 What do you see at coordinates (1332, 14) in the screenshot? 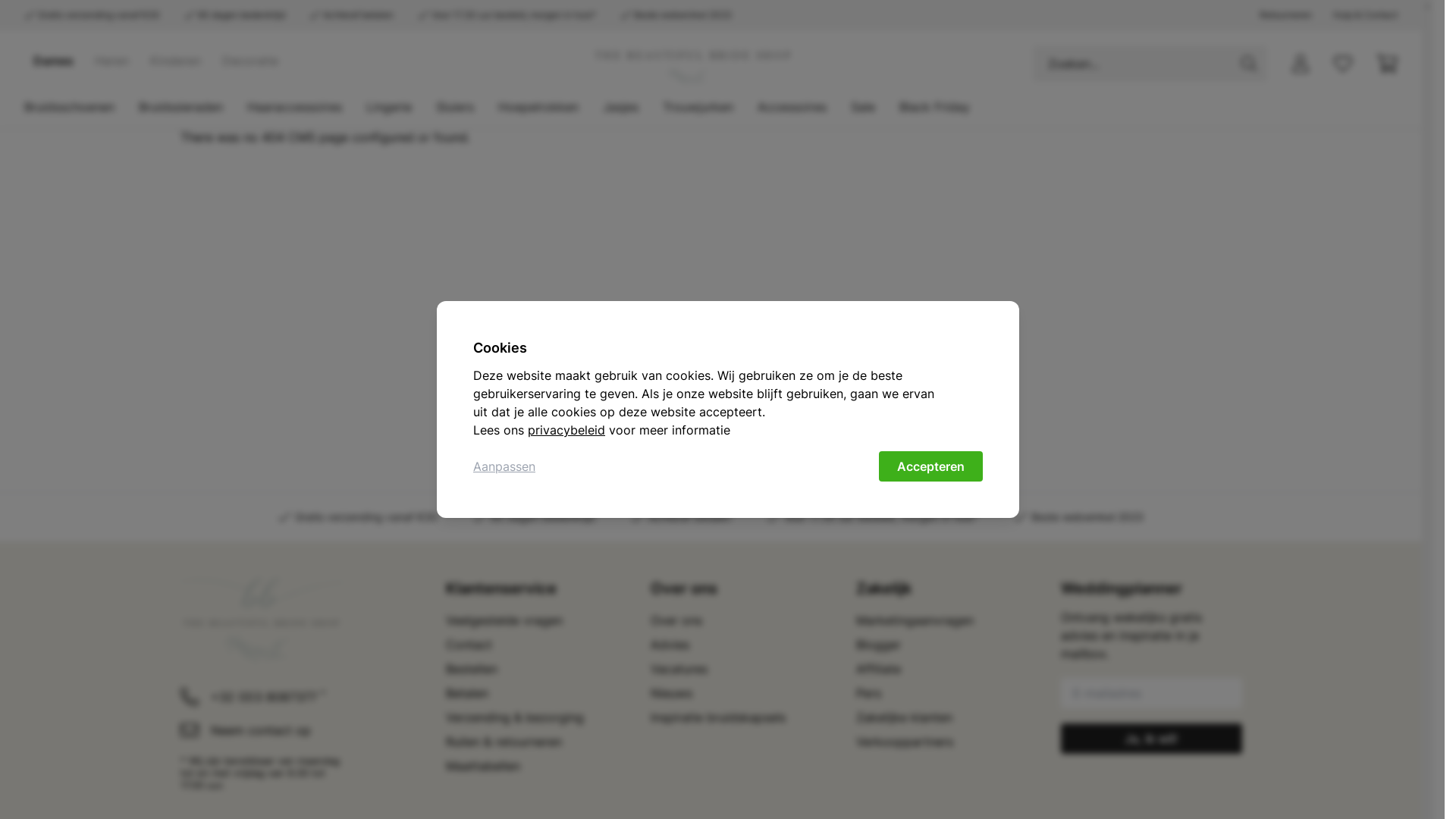
I see `'Hulp & Contact'` at bounding box center [1332, 14].